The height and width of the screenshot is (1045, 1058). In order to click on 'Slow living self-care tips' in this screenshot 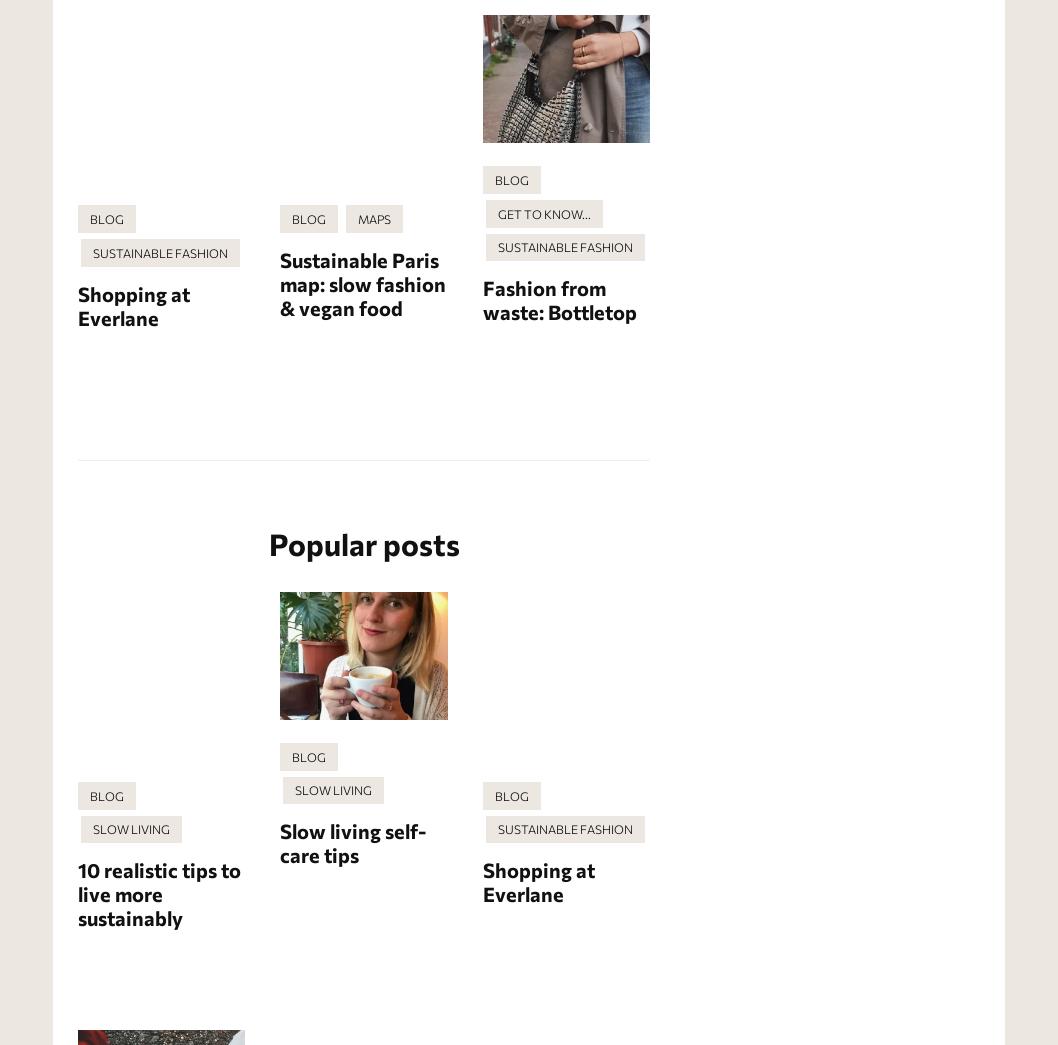, I will do `click(353, 842)`.